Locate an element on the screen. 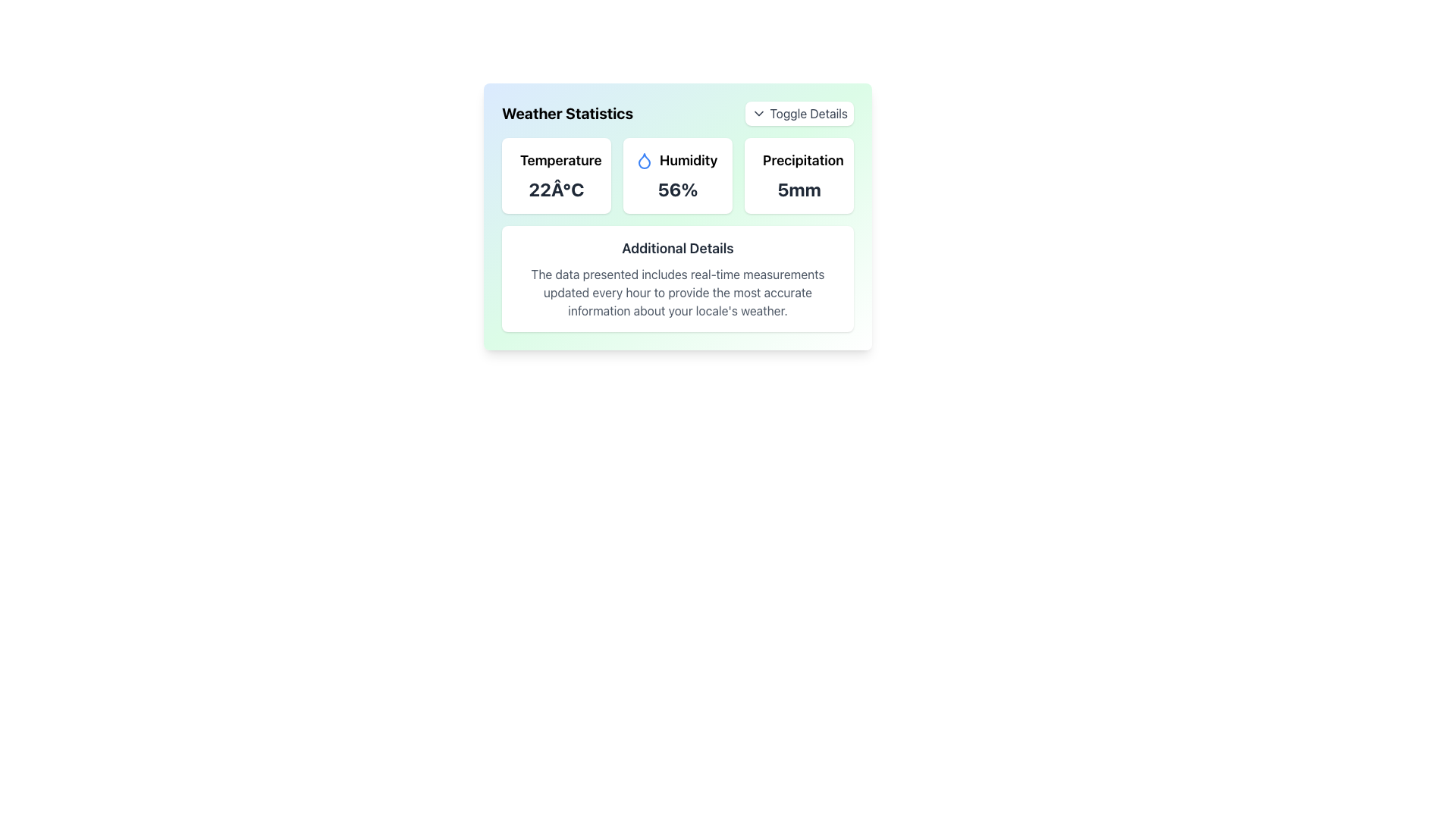 This screenshot has height=819, width=1456. section header text indicating 'Additional Details' which is centrally located above a paragraph of descriptive text and below a set of data statistics is located at coordinates (676, 247).